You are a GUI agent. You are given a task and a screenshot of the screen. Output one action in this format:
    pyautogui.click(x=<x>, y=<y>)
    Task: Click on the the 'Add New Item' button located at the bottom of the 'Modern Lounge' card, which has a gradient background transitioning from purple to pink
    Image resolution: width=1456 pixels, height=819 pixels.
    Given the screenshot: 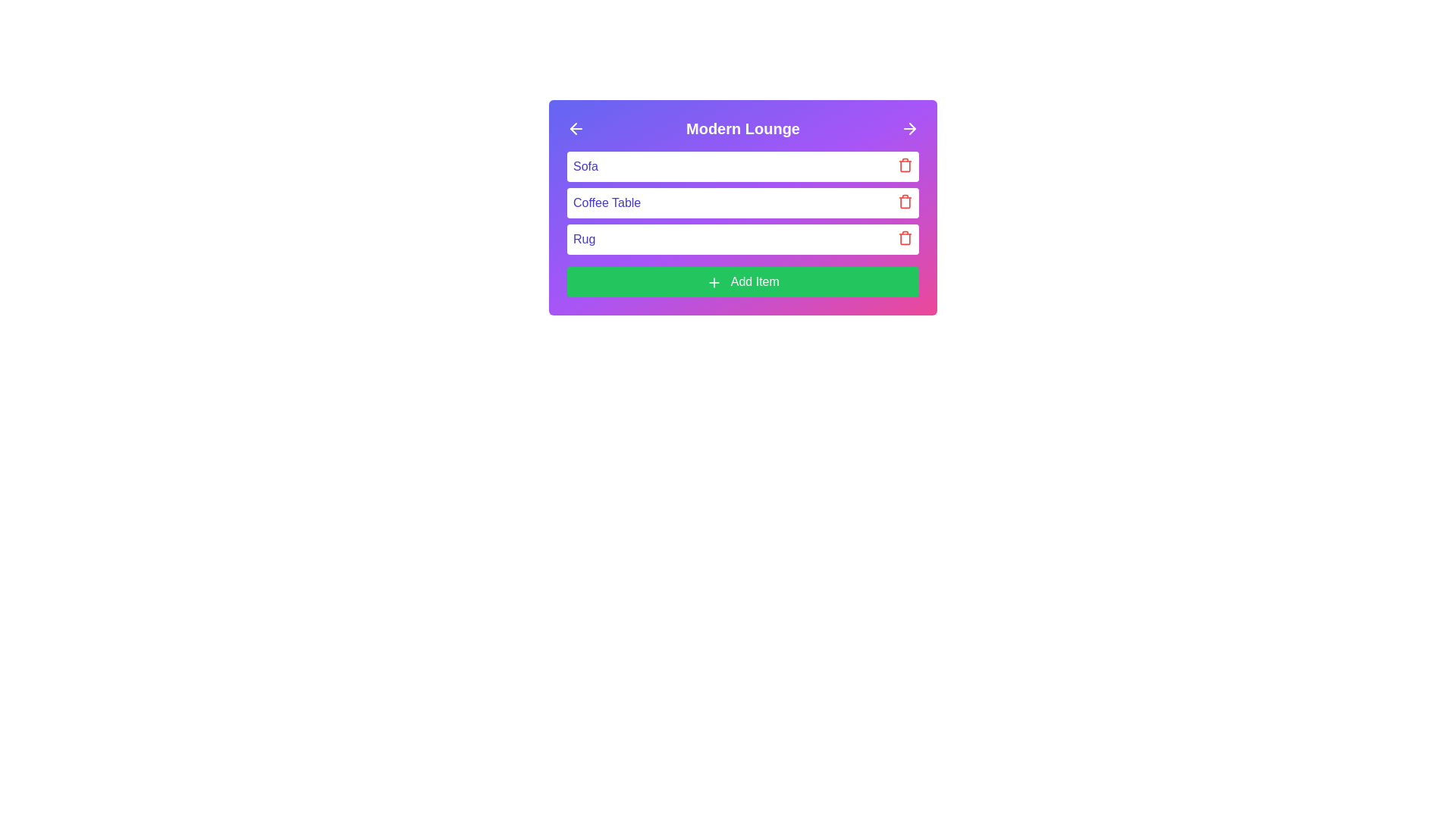 What is the action you would take?
    pyautogui.click(x=742, y=281)
    